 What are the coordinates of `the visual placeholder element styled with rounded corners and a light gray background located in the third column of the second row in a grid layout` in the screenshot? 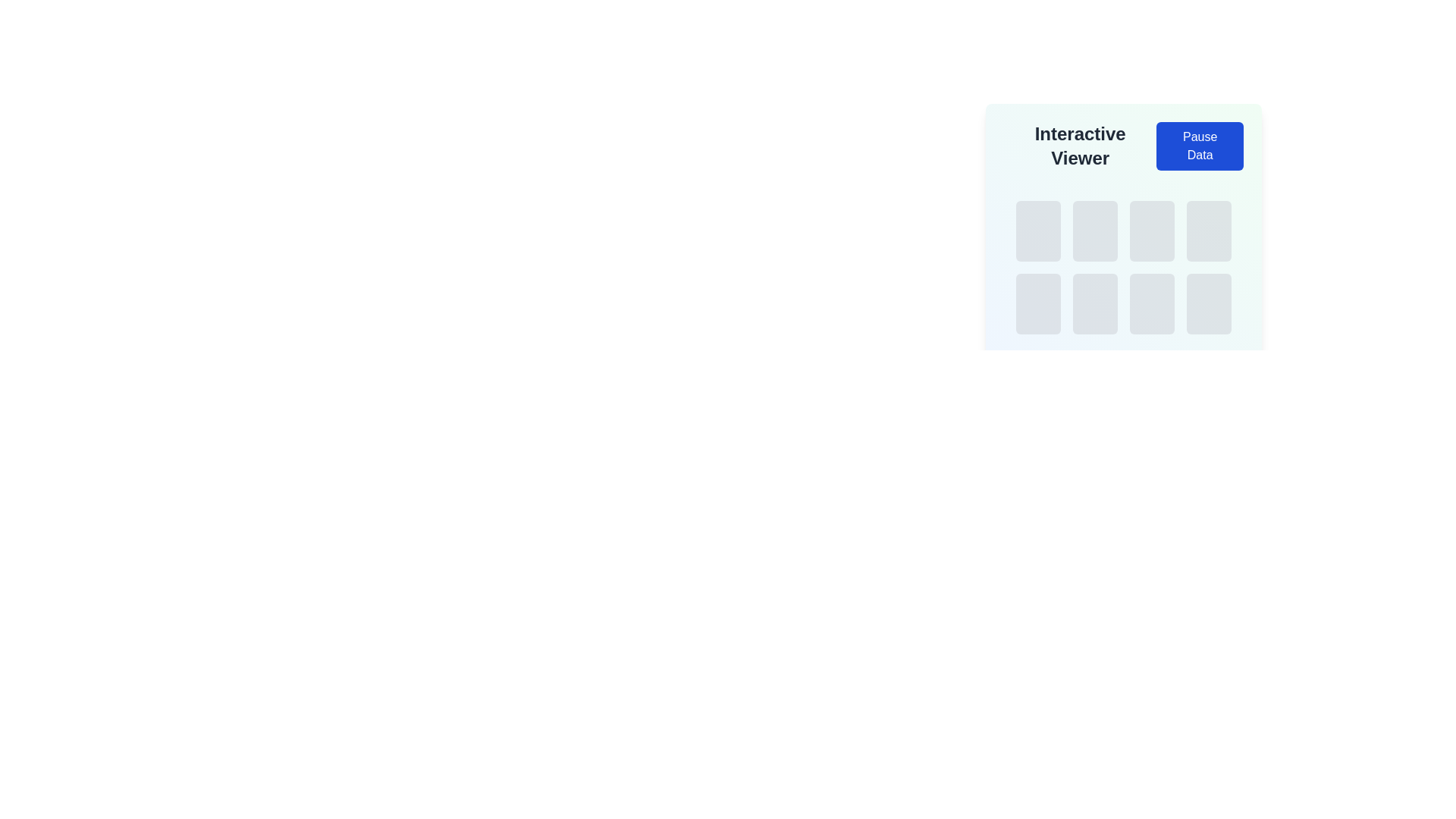 It's located at (1152, 304).